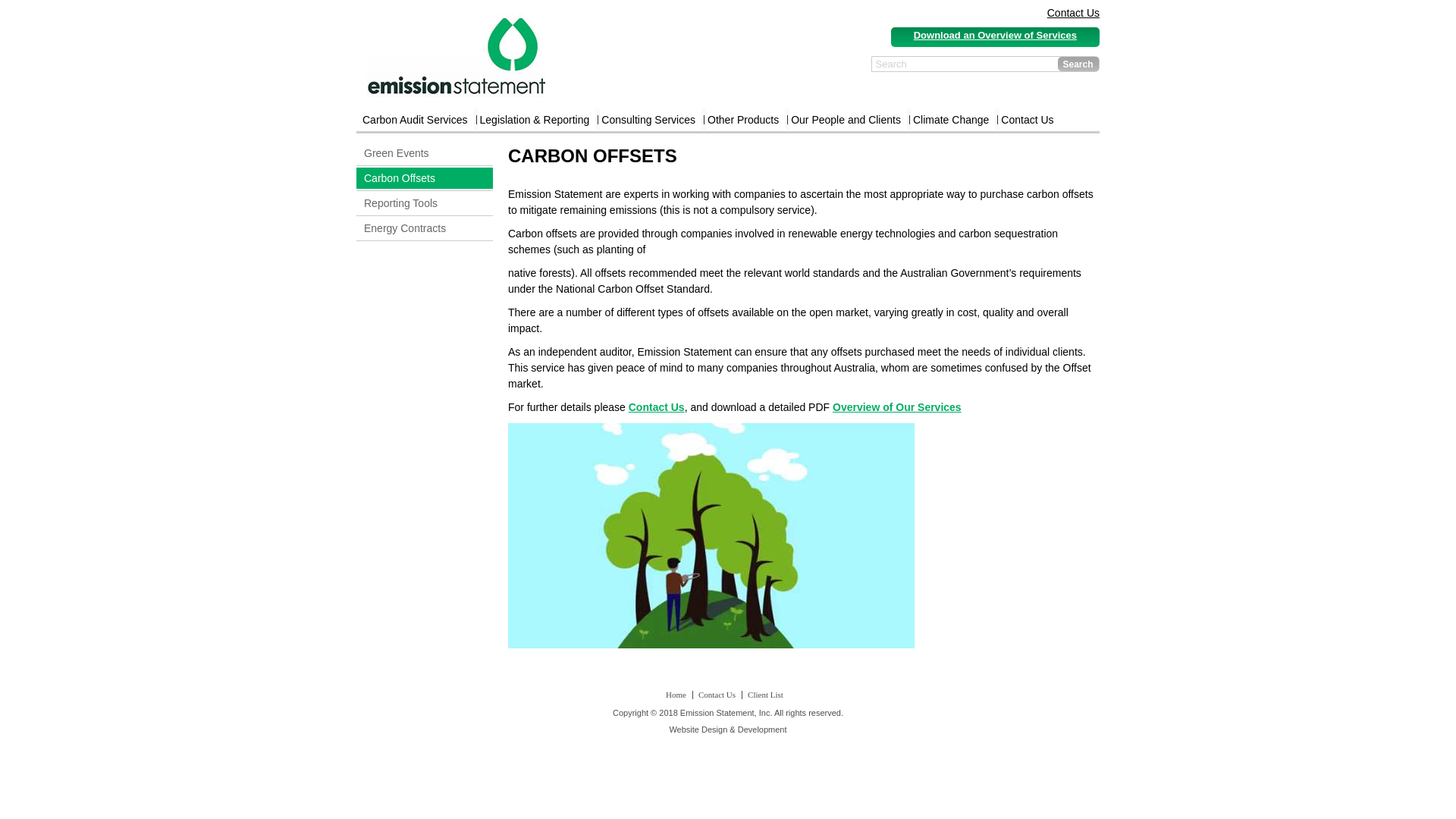 The image size is (1456, 819). Describe the element at coordinates (425, 152) in the screenshot. I see `'Green Events'` at that location.